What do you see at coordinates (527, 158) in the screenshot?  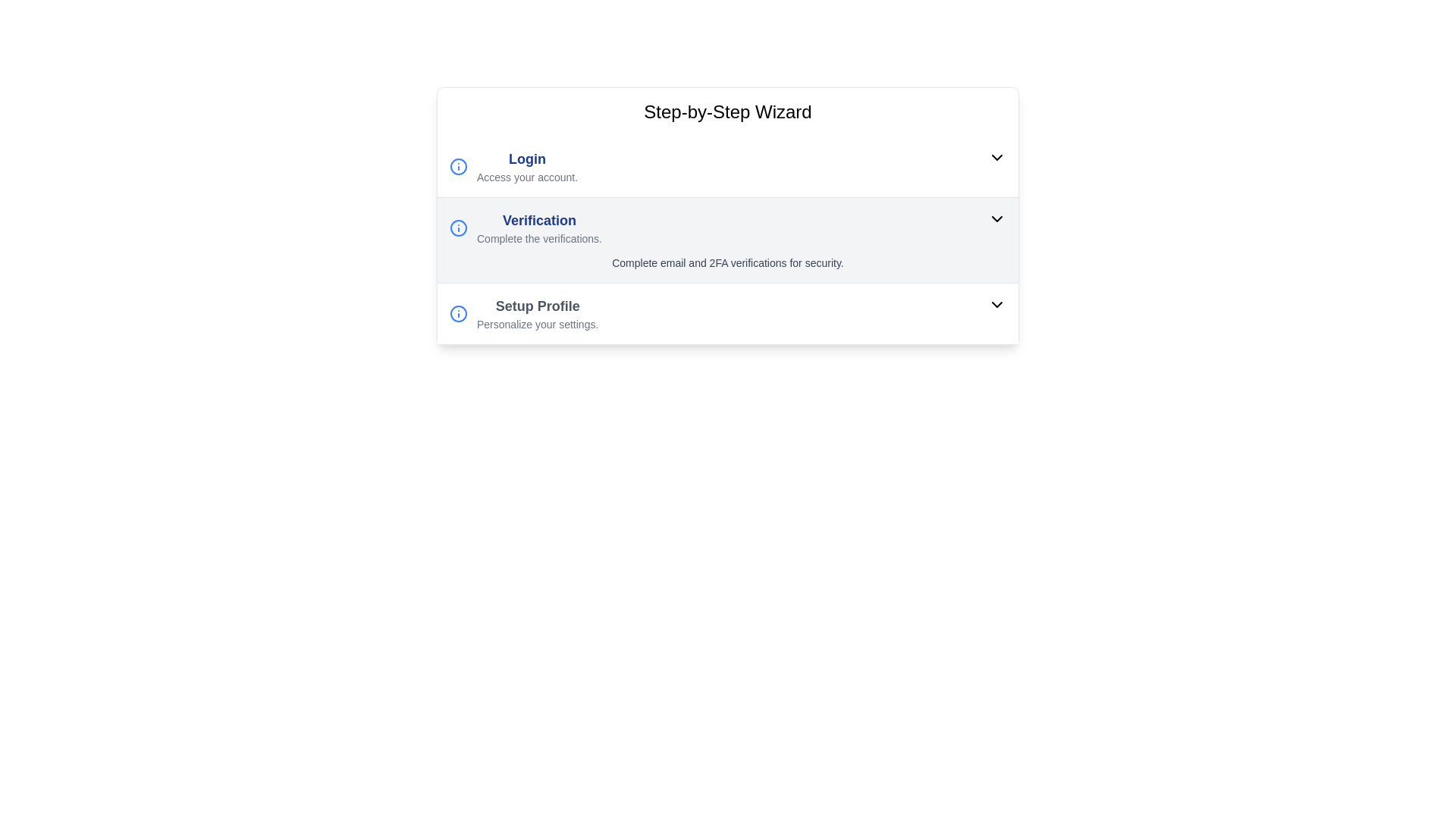 I see `the prominent blue 'Login' text element displayed in bold at the top of the section labeled 'Access your account'` at bounding box center [527, 158].